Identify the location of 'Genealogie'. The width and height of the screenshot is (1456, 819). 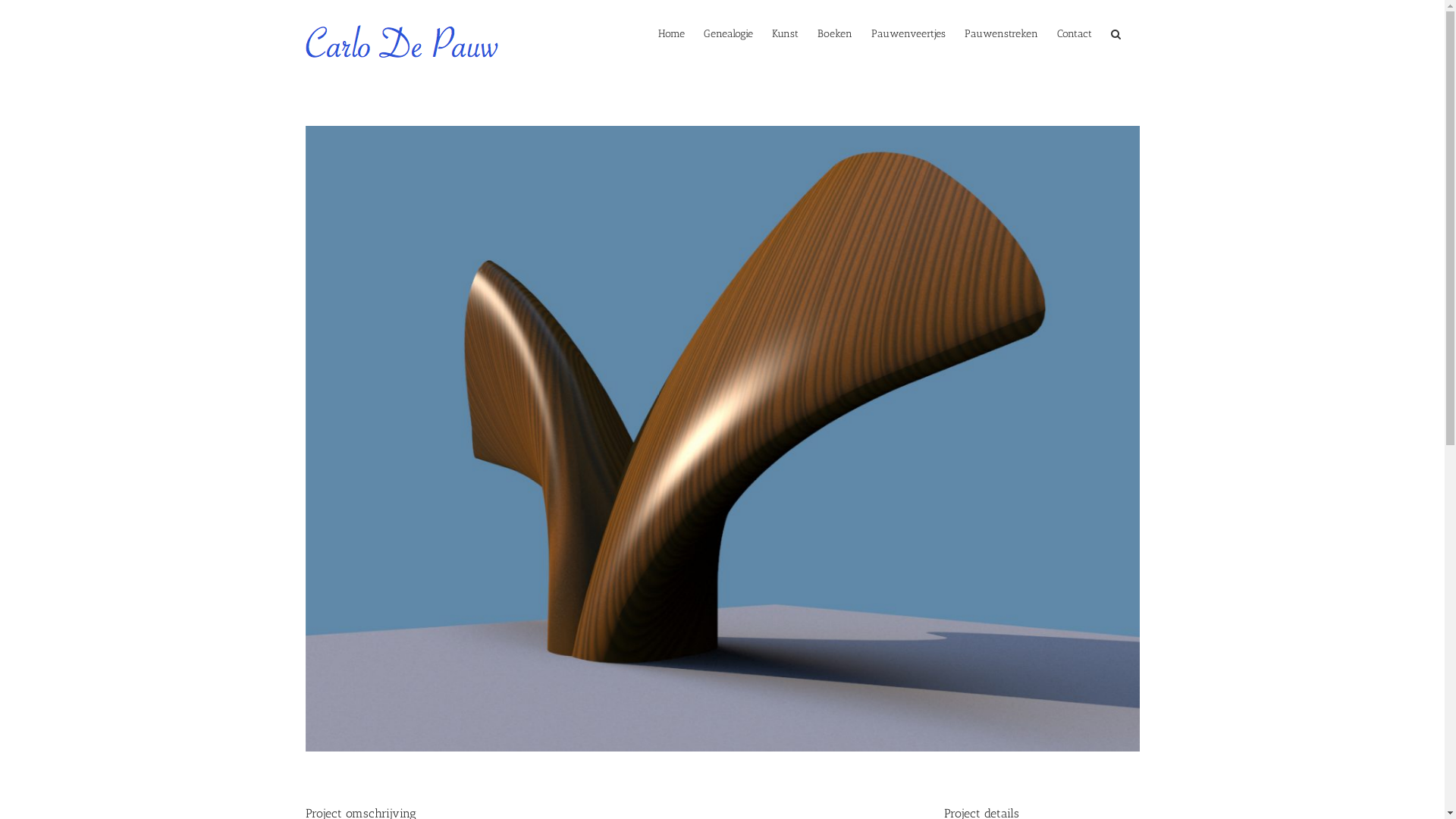
(728, 32).